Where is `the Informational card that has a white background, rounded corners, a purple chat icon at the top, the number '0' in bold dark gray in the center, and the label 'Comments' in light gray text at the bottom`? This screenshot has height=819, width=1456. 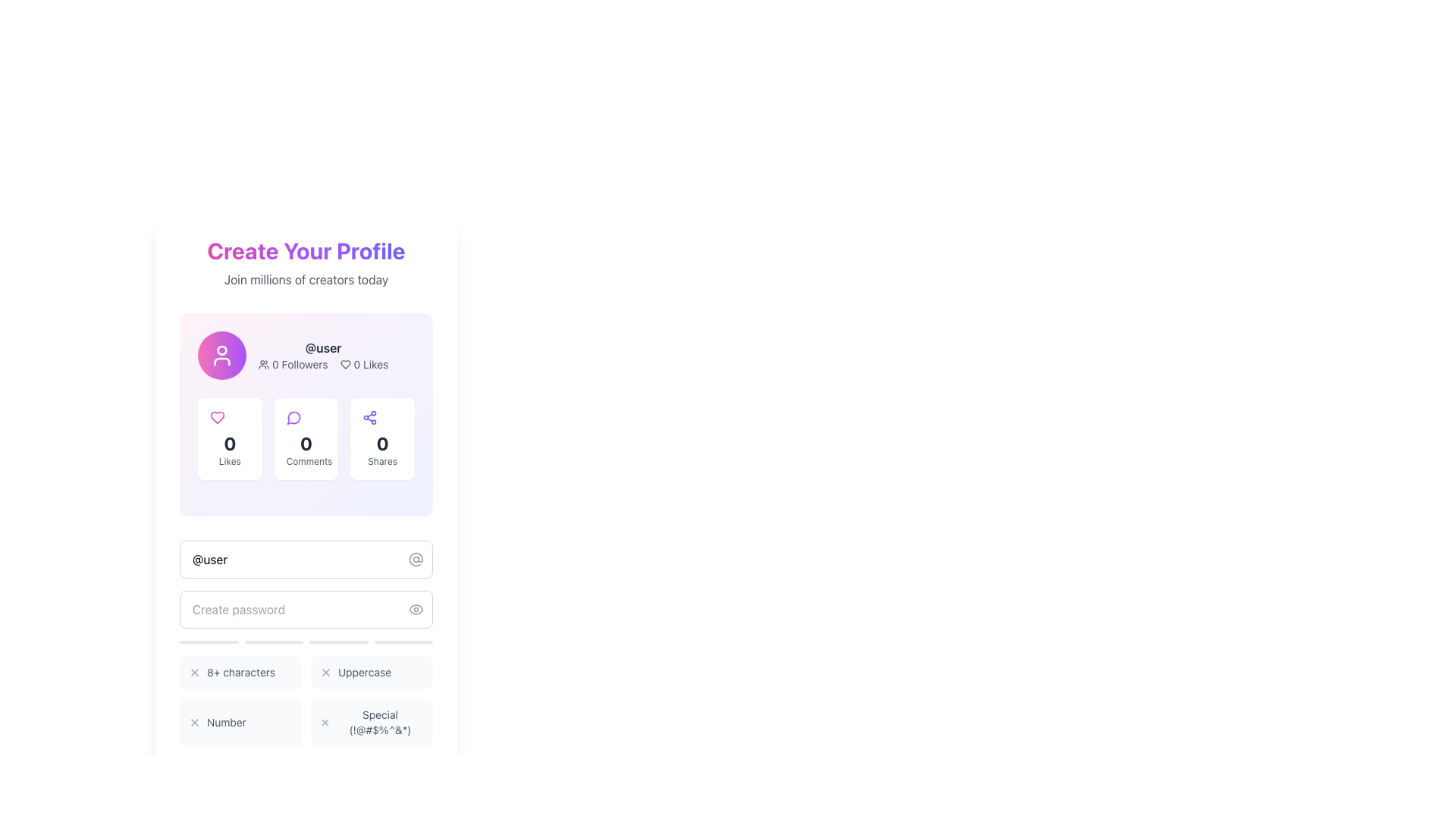 the Informational card that has a white background, rounded corners, a purple chat icon at the top, the number '0' in bold dark gray in the center, and the label 'Comments' in light gray text at the bottom is located at coordinates (305, 438).